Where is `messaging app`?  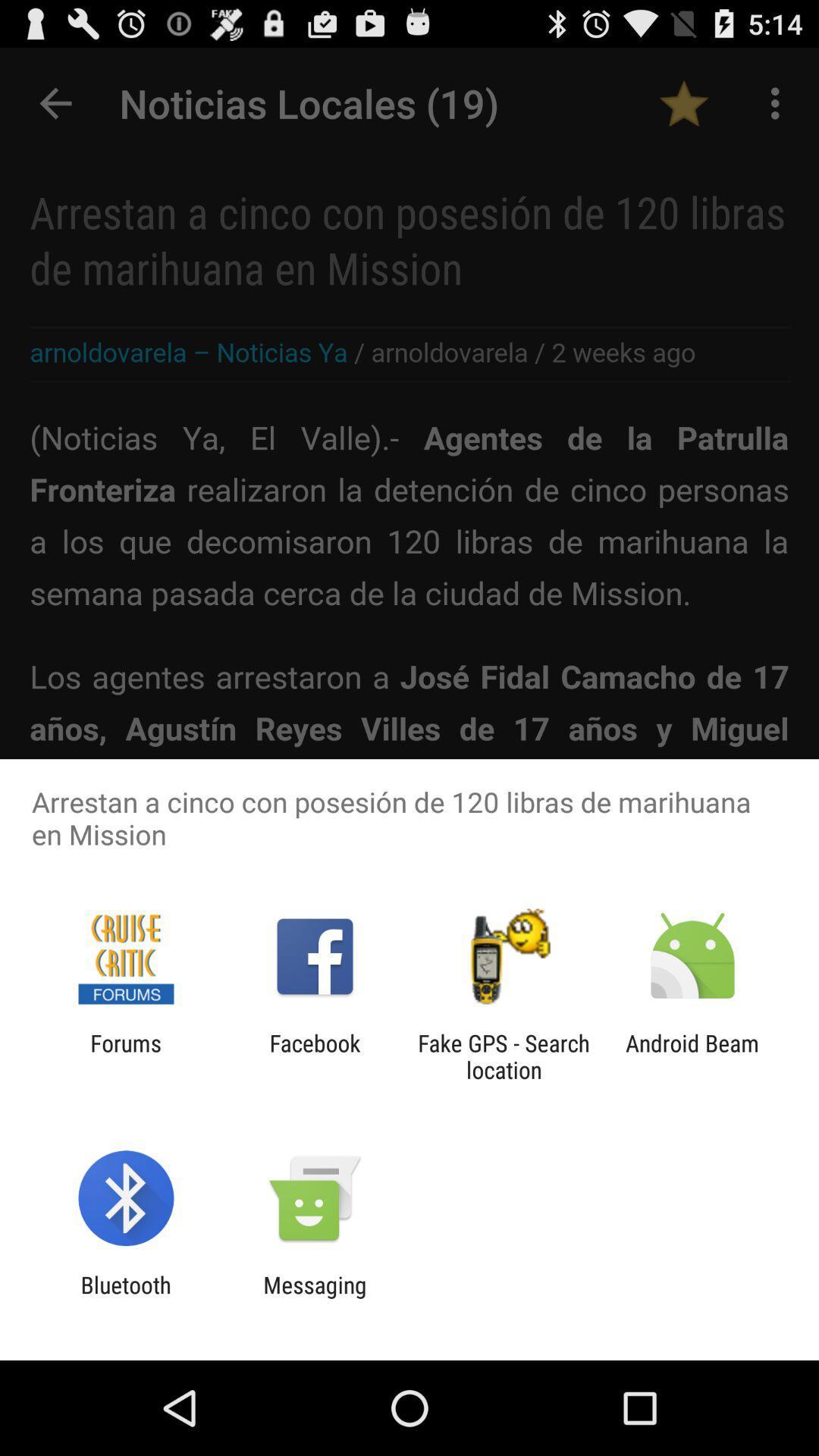 messaging app is located at coordinates (314, 1298).